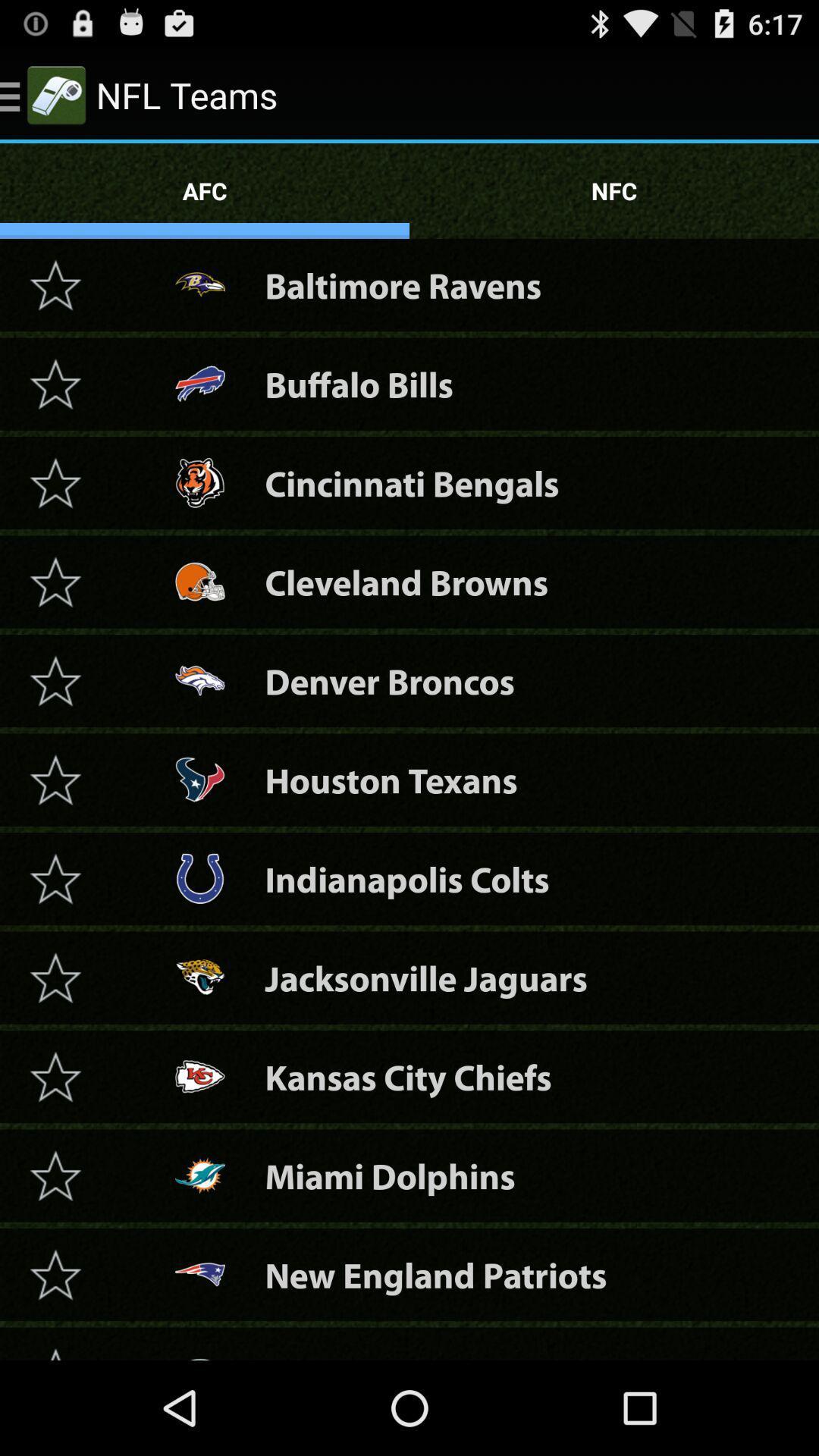 This screenshot has height=1456, width=819. Describe the element at coordinates (389, 1175) in the screenshot. I see `icon below the kansas city chiefs icon` at that location.